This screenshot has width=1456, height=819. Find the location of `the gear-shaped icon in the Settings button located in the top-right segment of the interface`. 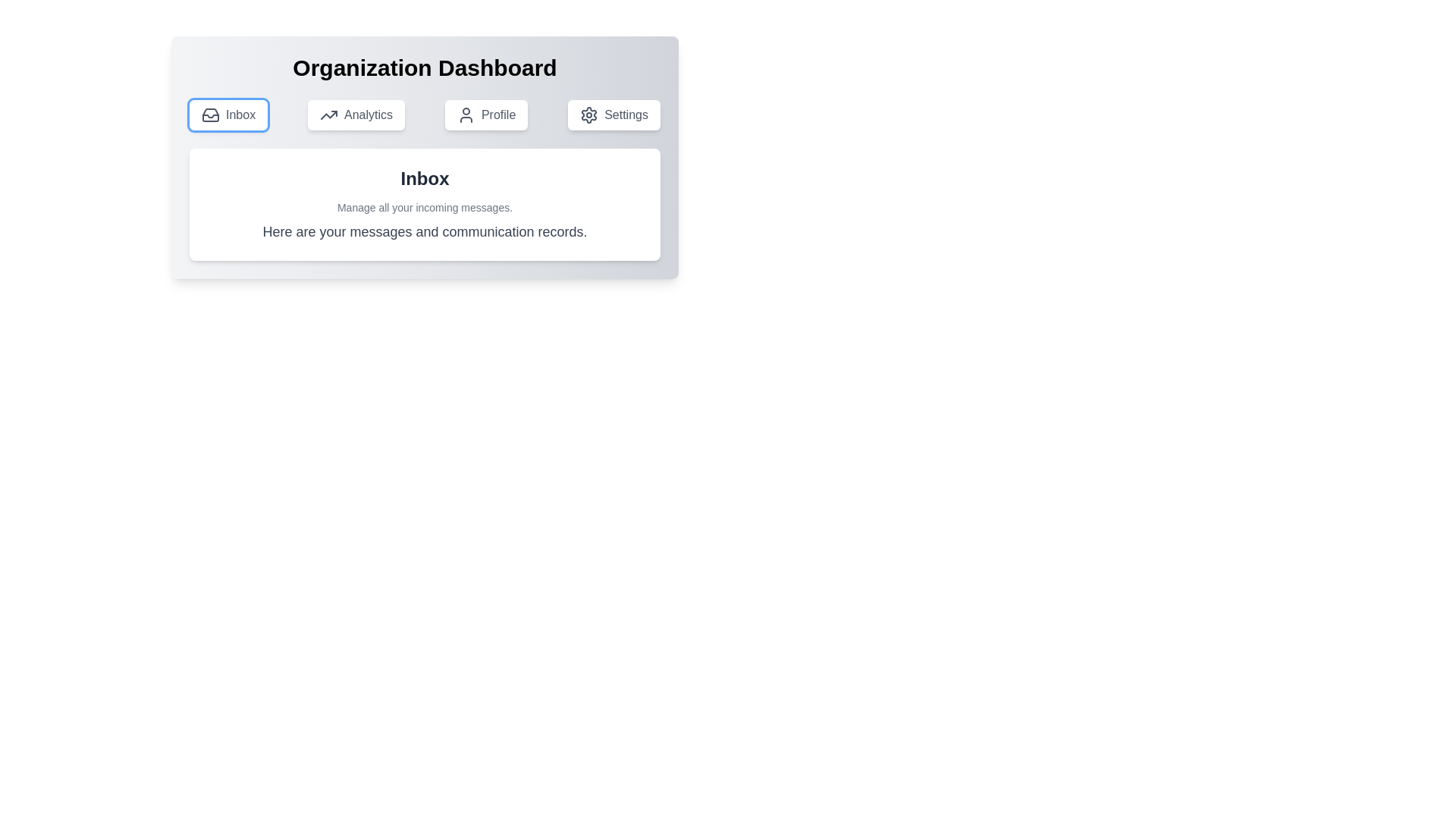

the gear-shaped icon in the Settings button located in the top-right segment of the interface is located at coordinates (588, 114).